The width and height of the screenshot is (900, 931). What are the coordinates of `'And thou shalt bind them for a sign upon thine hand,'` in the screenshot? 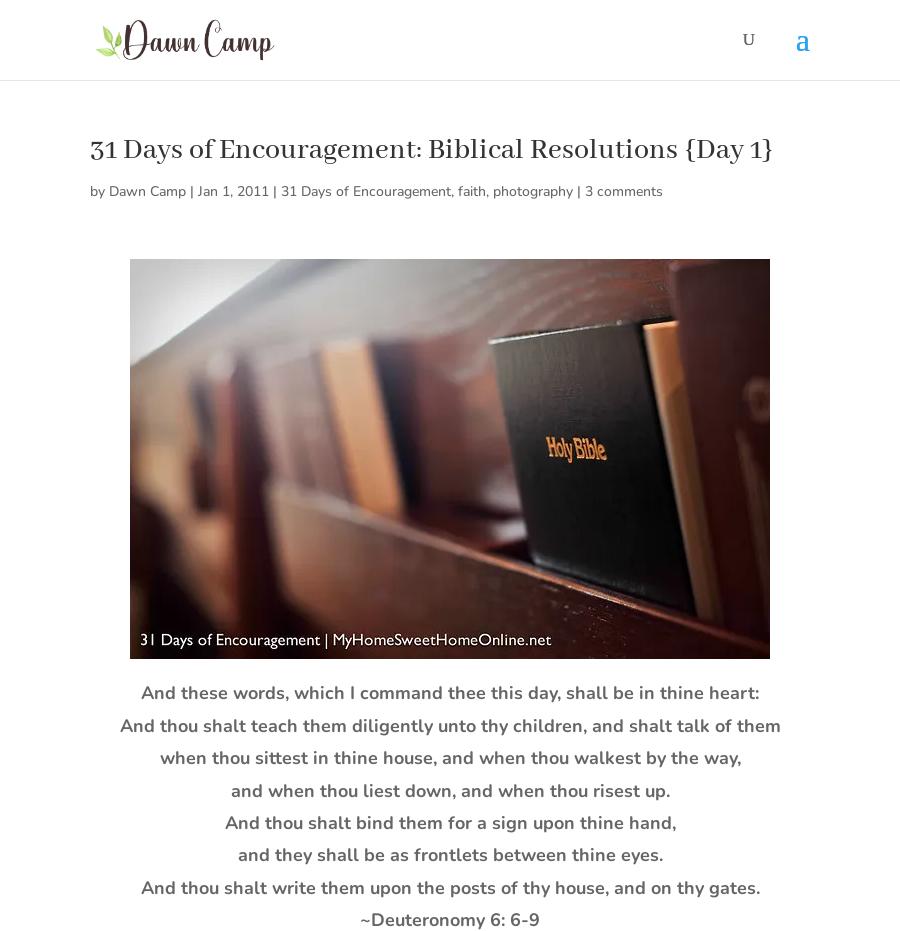 It's located at (449, 820).